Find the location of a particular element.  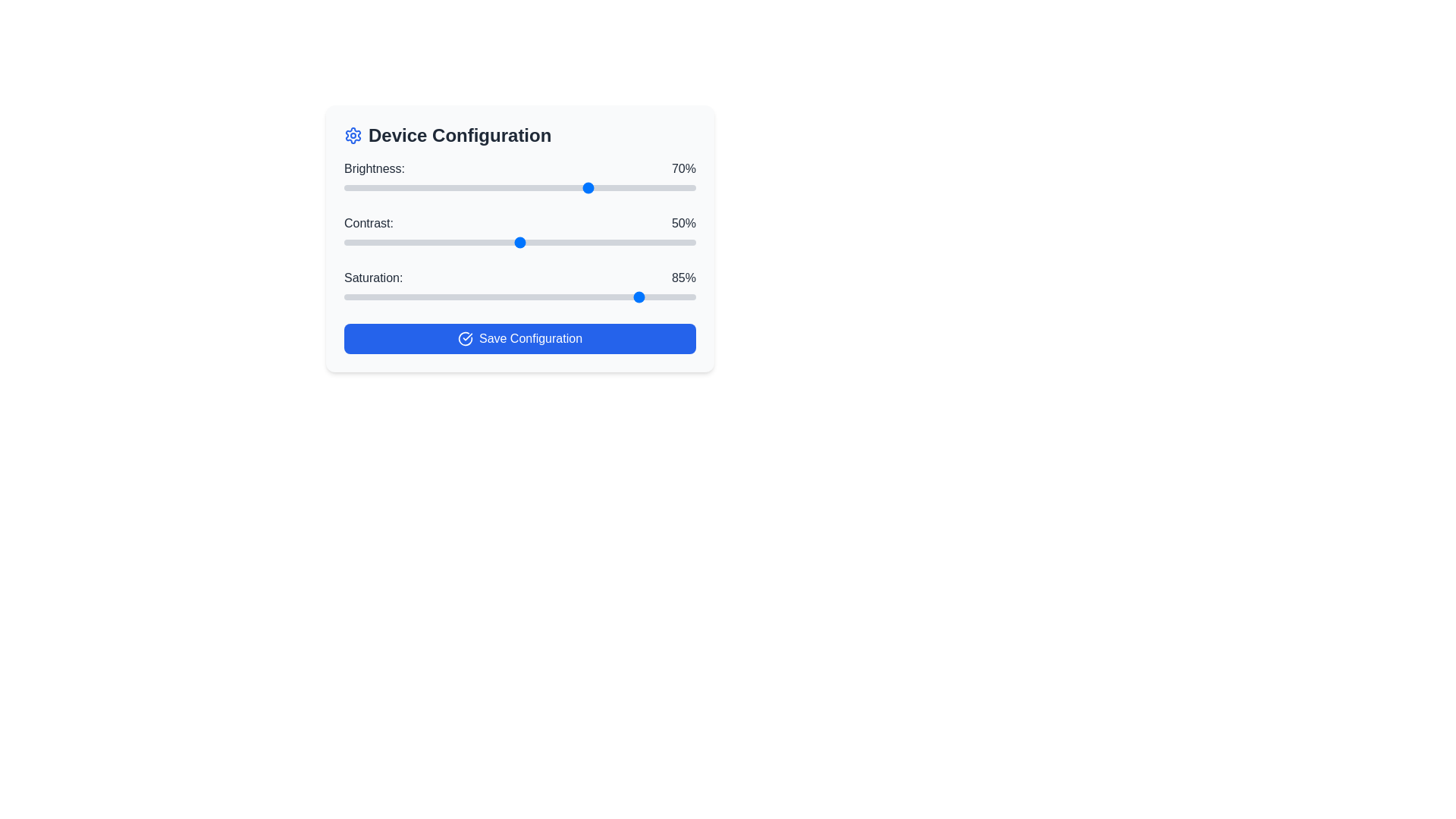

the saturation level is located at coordinates (361, 297).